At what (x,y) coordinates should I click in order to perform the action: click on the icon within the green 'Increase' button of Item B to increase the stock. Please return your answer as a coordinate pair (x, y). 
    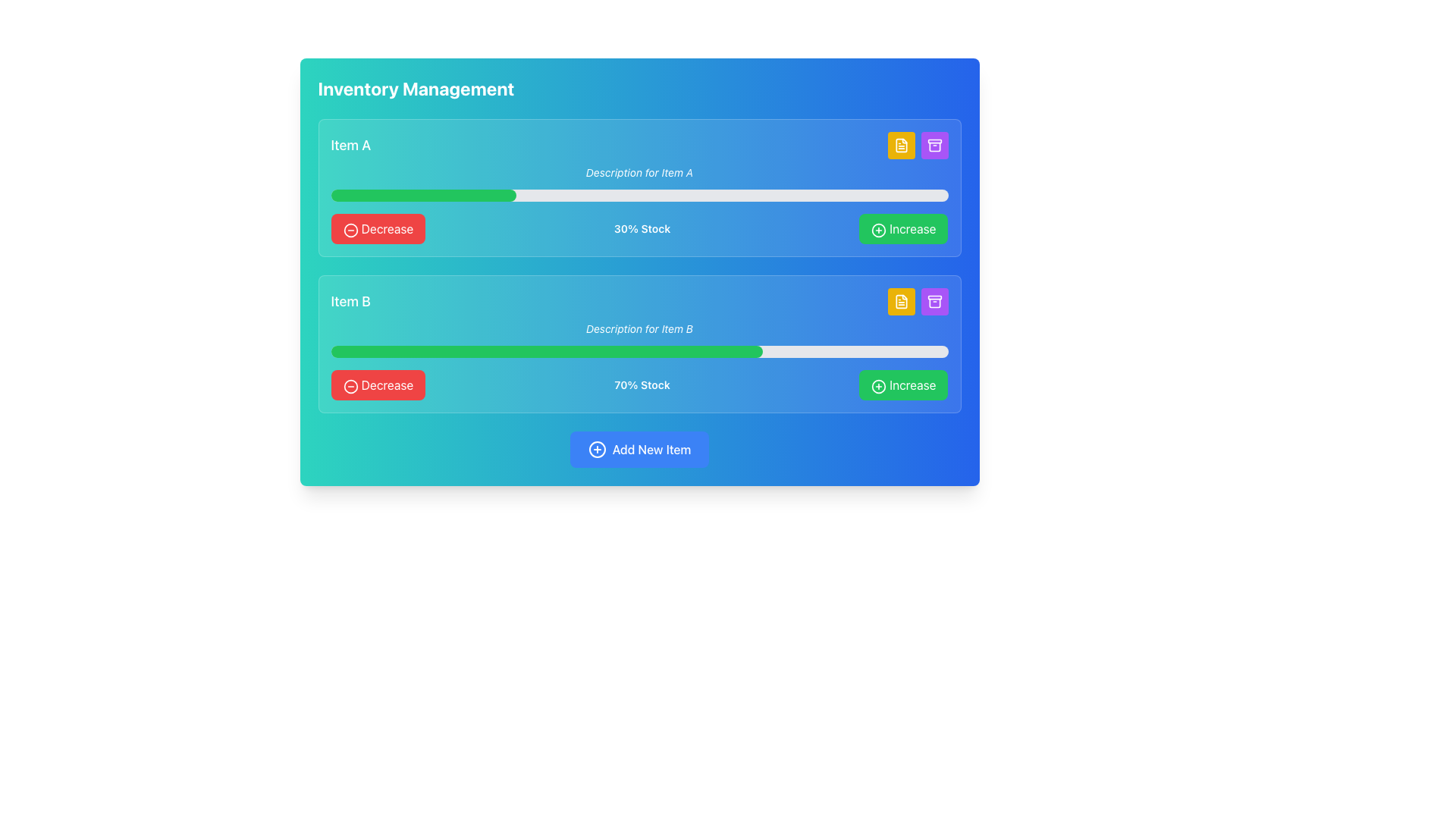
    Looking at the image, I should click on (878, 385).